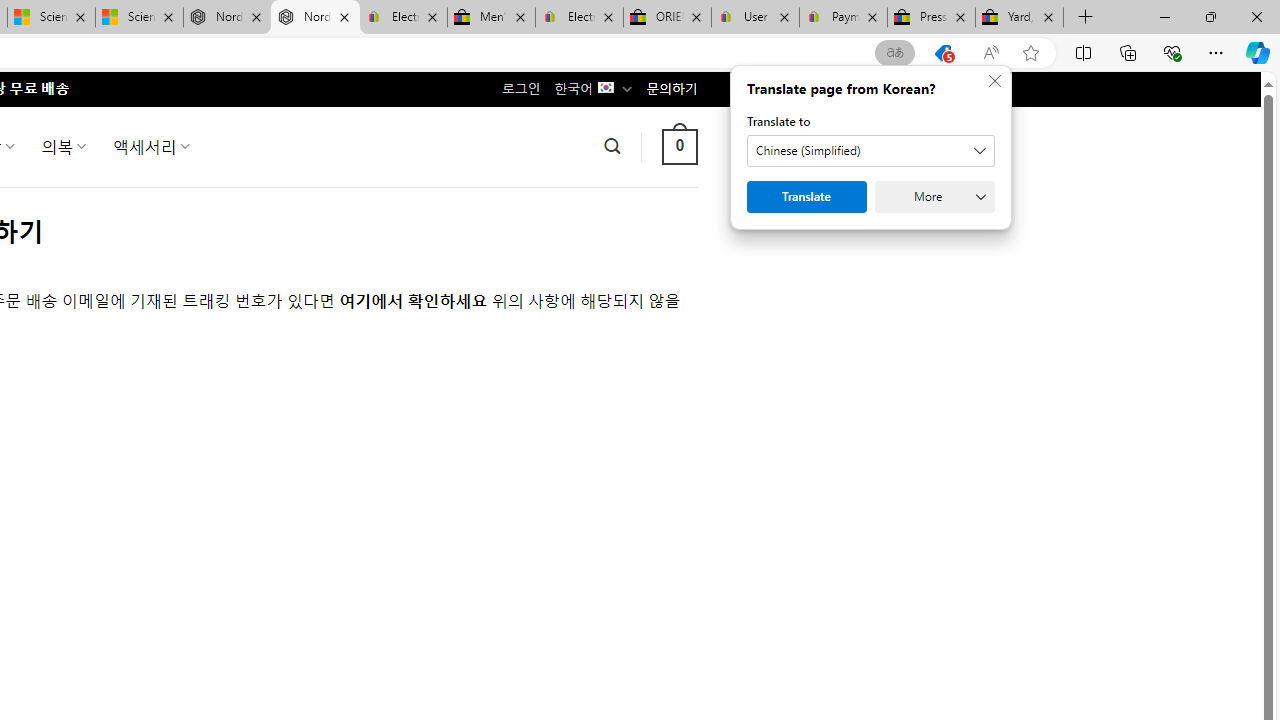 The width and height of the screenshot is (1280, 720). Describe the element at coordinates (679, 145) in the screenshot. I see `'  0  '` at that location.